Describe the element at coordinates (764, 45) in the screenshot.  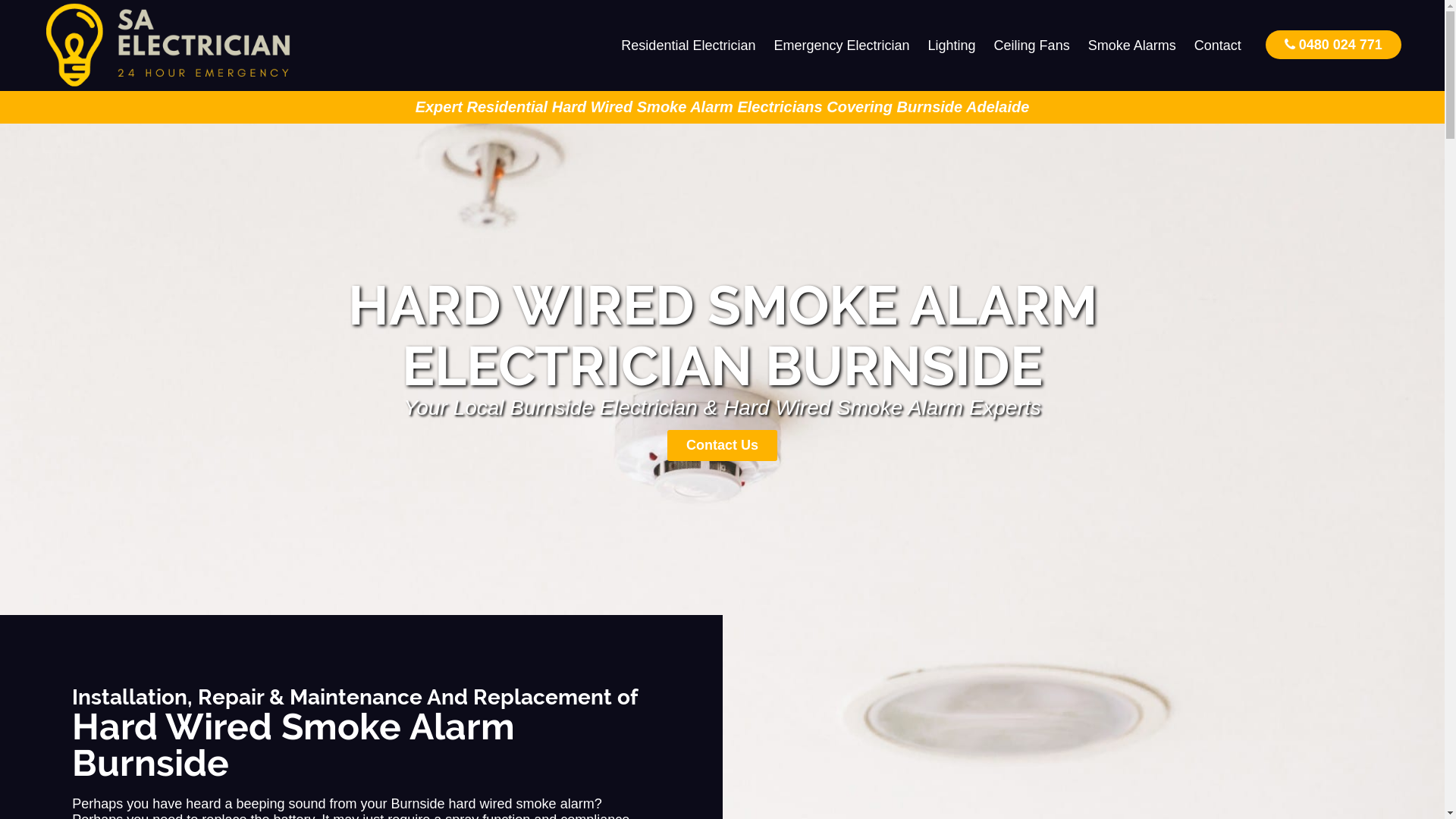
I see `'Emergency Electrician'` at that location.